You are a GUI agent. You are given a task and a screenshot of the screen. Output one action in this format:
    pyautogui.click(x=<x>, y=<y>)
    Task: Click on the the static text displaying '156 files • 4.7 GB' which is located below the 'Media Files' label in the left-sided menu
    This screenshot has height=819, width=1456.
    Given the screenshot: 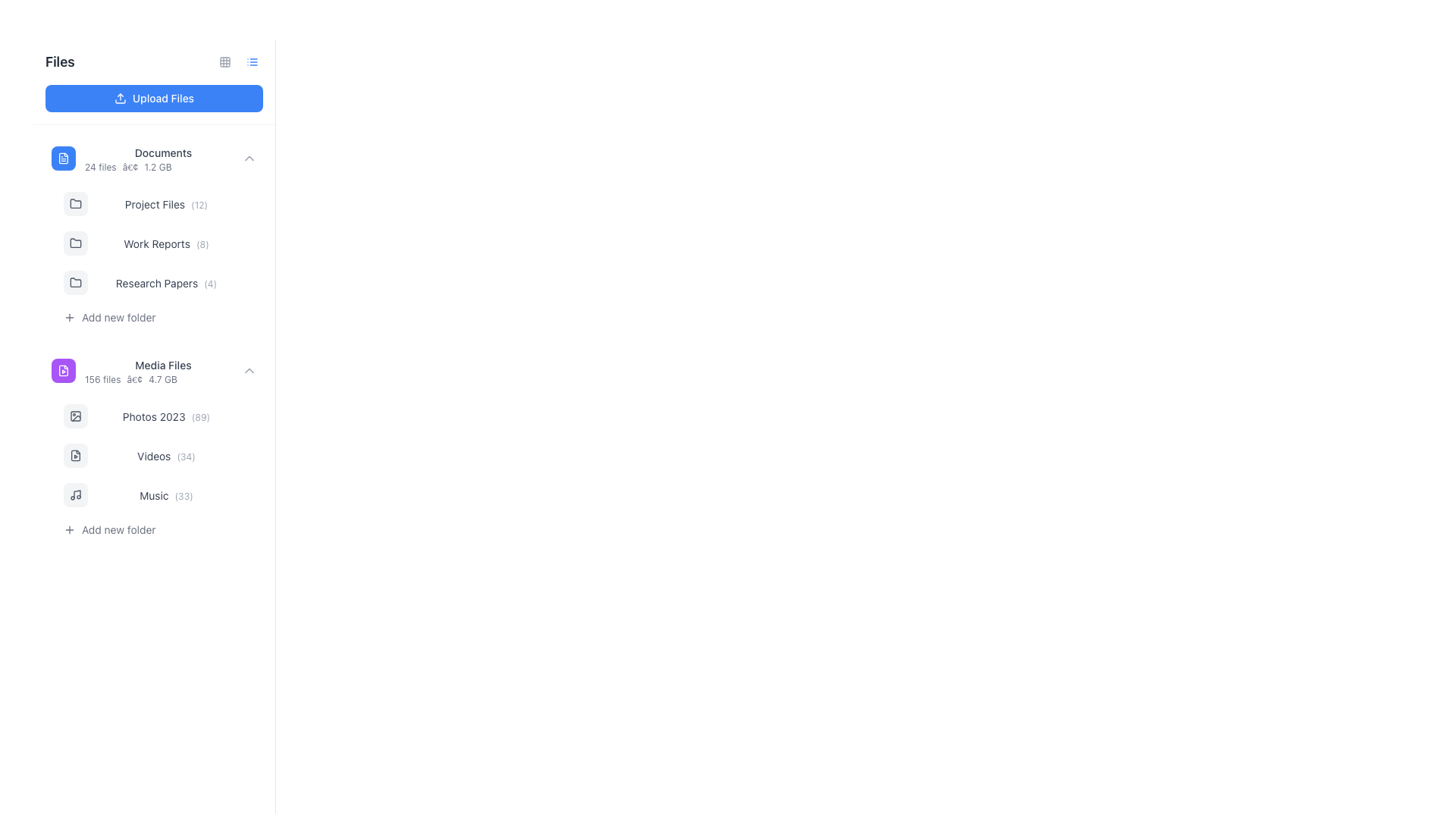 What is the action you would take?
    pyautogui.click(x=163, y=379)
    